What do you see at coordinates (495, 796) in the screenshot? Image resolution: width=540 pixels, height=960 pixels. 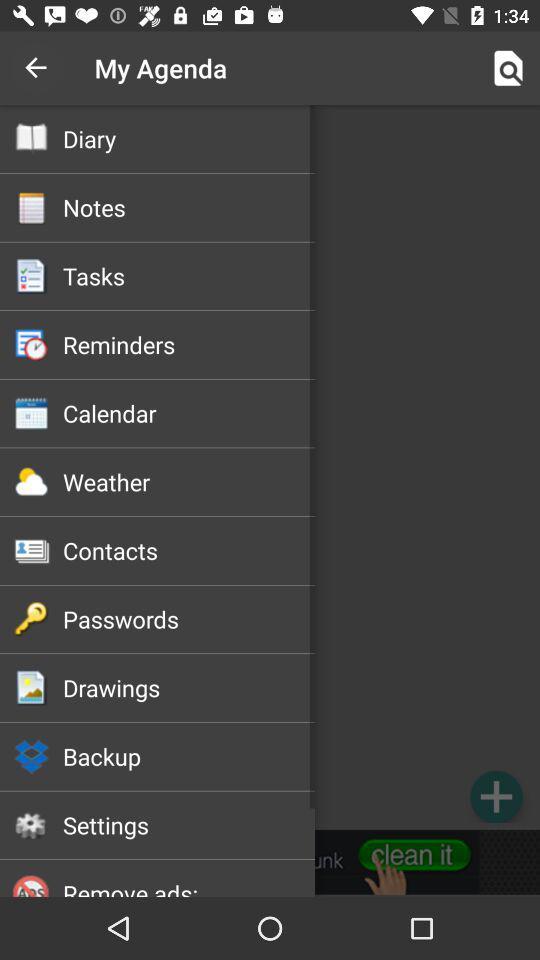 I see `note` at bounding box center [495, 796].